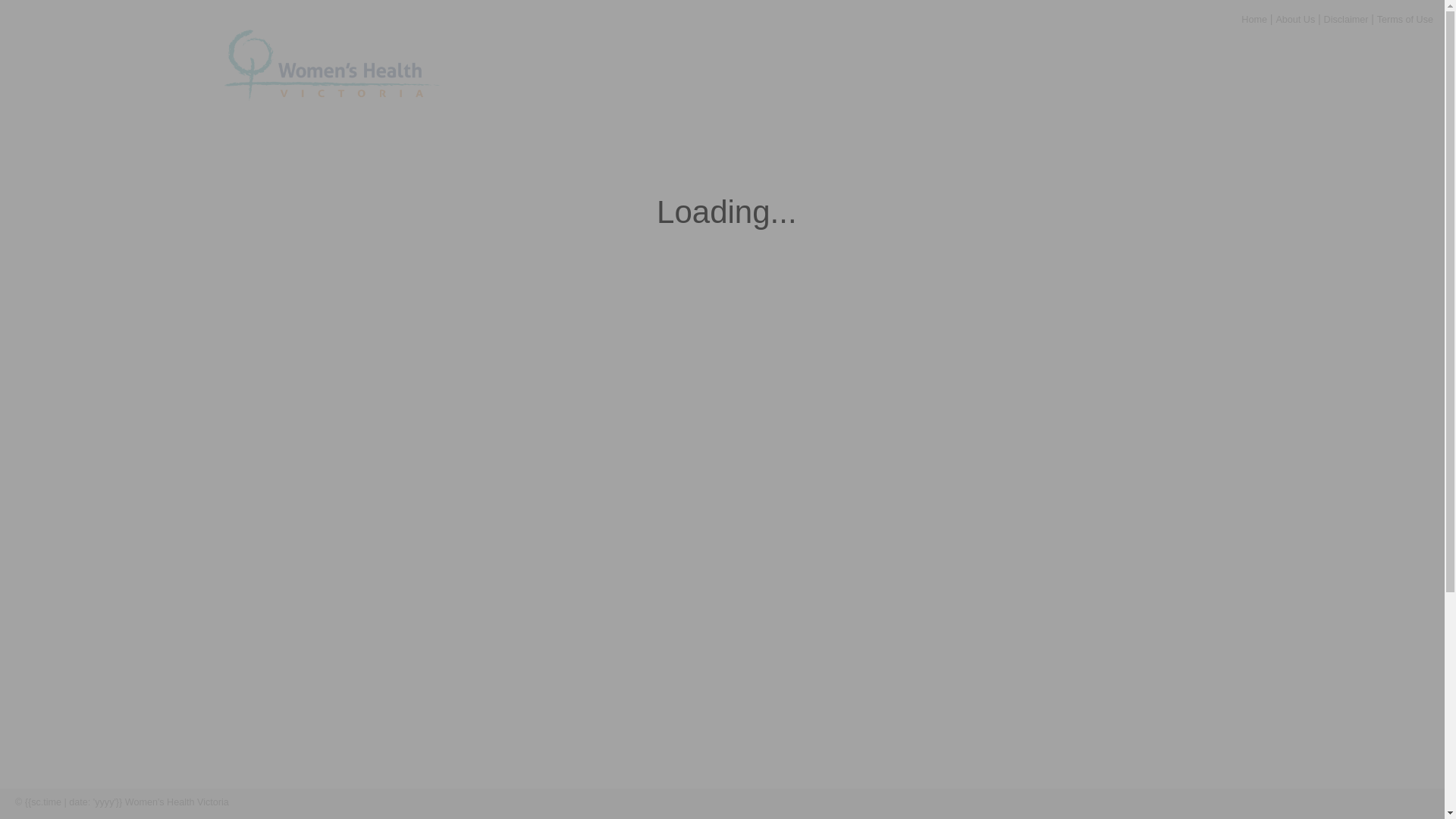  I want to click on 'Terms of Use', so click(315, 801).